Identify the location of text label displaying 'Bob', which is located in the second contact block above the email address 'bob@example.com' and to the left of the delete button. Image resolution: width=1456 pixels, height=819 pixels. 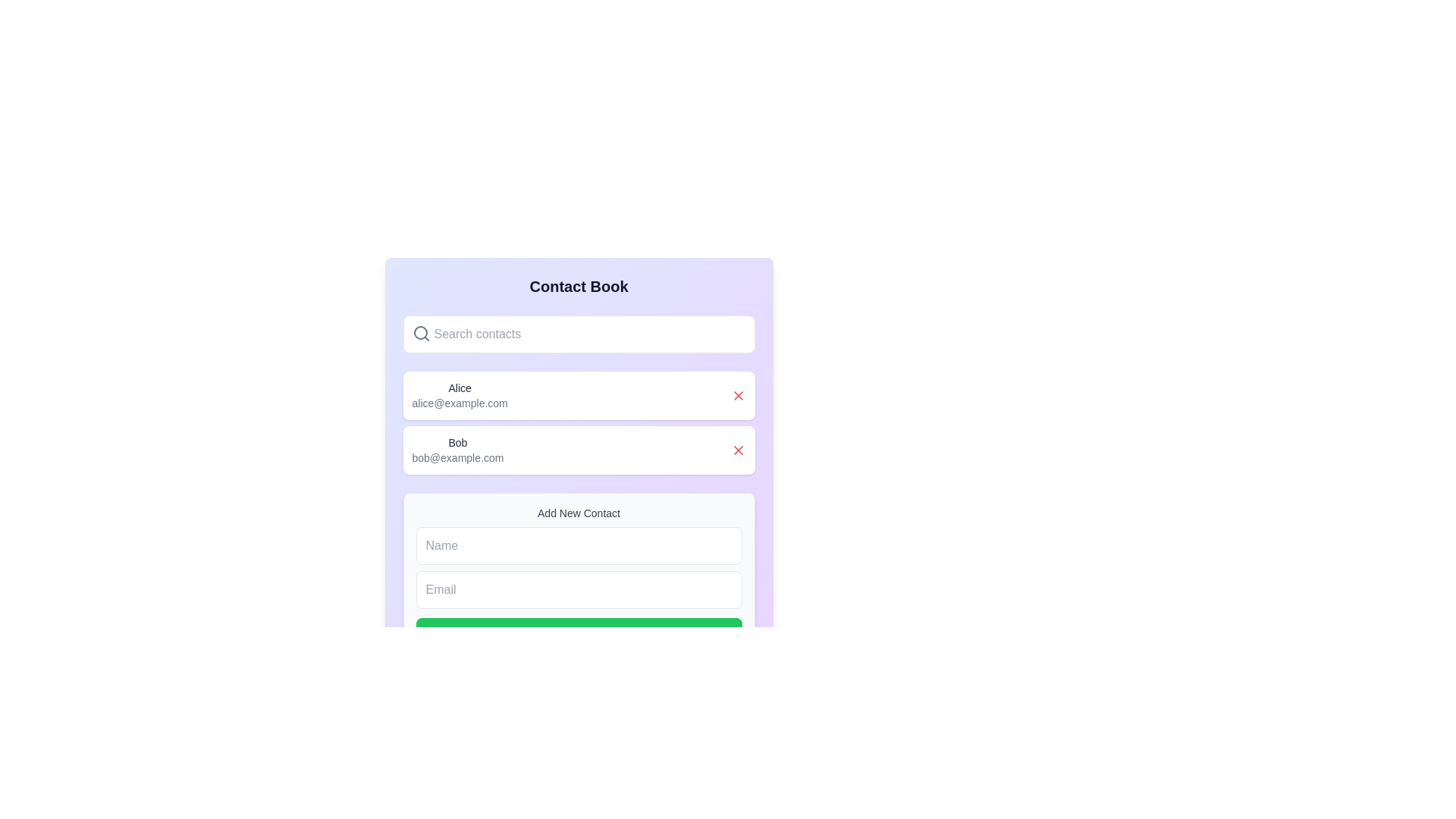
(457, 442).